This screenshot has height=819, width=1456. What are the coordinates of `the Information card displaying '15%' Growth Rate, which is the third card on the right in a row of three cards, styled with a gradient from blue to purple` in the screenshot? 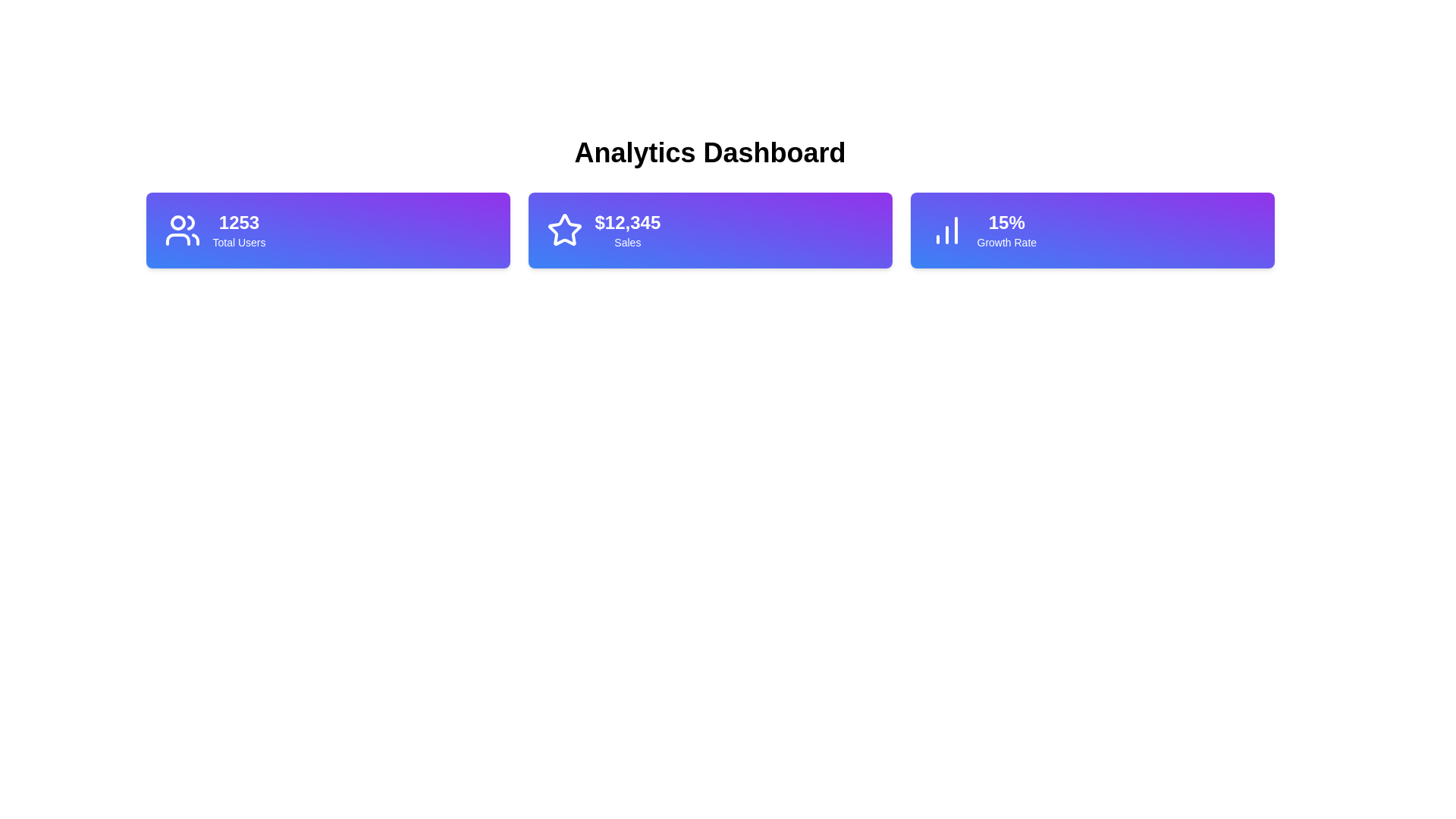 It's located at (1092, 231).